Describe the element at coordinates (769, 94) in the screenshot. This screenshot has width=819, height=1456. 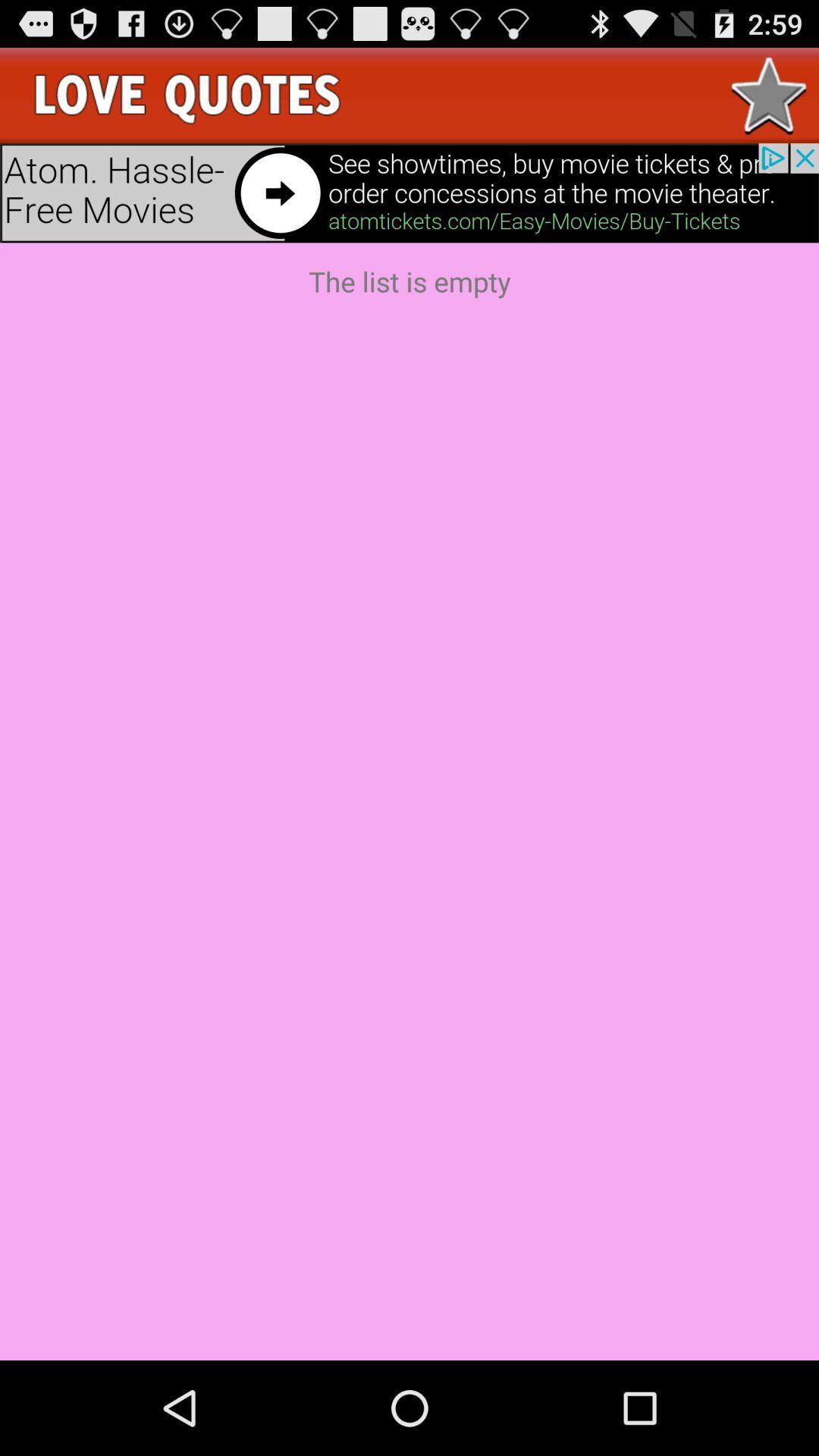
I see `favorite` at that location.